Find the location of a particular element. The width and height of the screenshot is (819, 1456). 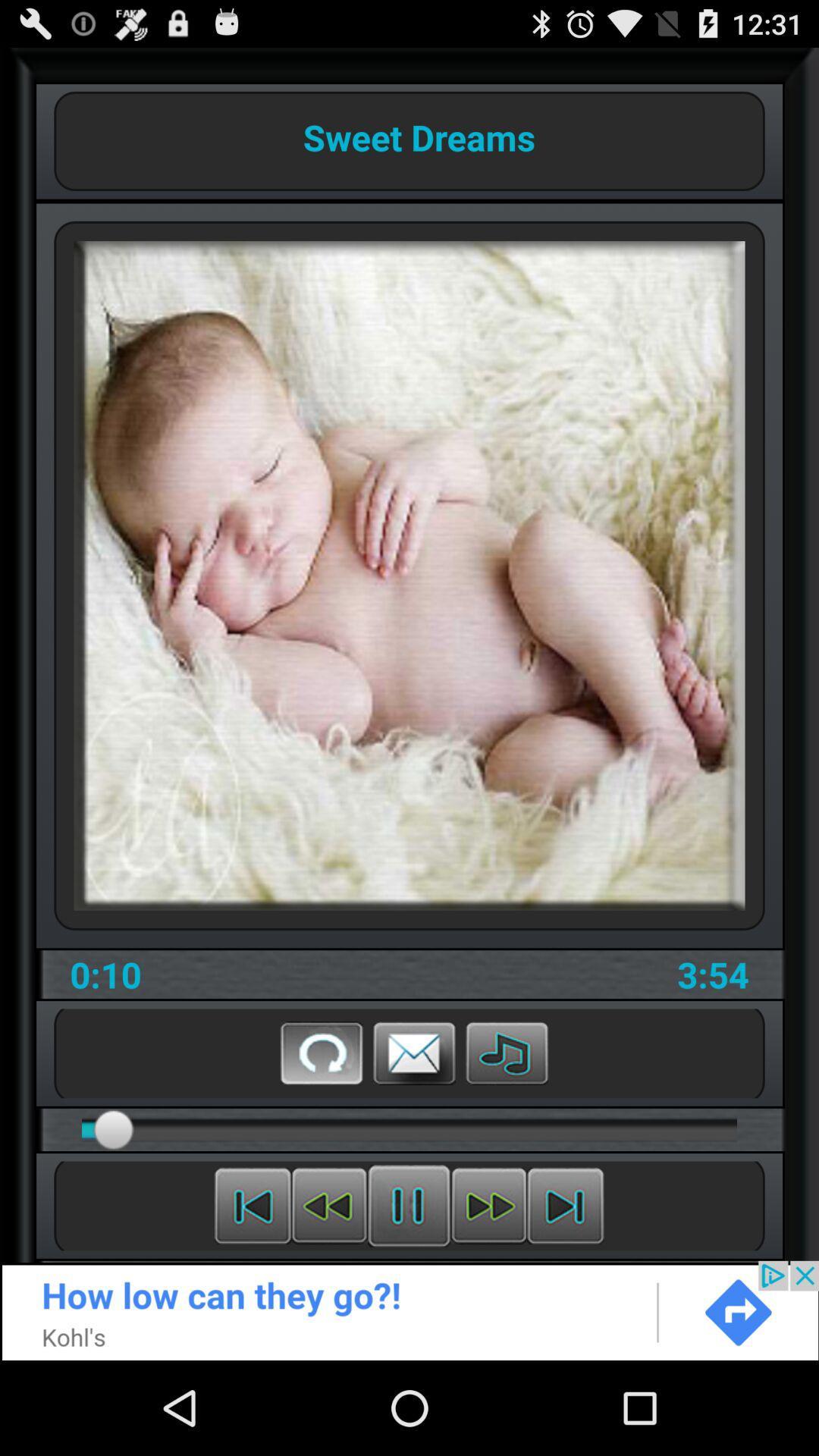

the skip_next icon is located at coordinates (565, 1290).